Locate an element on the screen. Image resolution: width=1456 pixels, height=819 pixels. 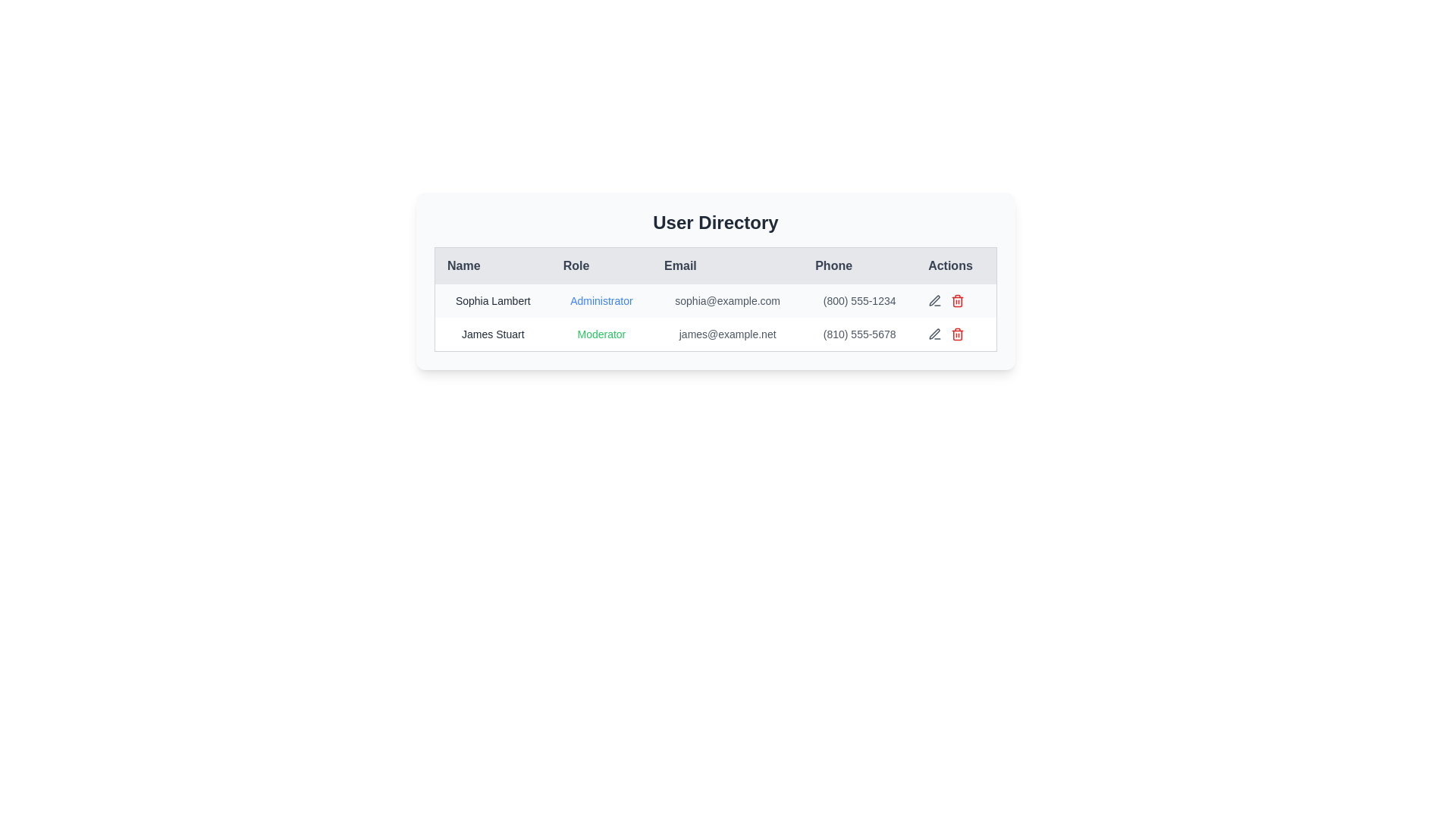
the static text element displaying the phone number '(800) 555-1234' in light gray text, located in the 'Phone' column of the user directory interface is located at coordinates (859, 301).